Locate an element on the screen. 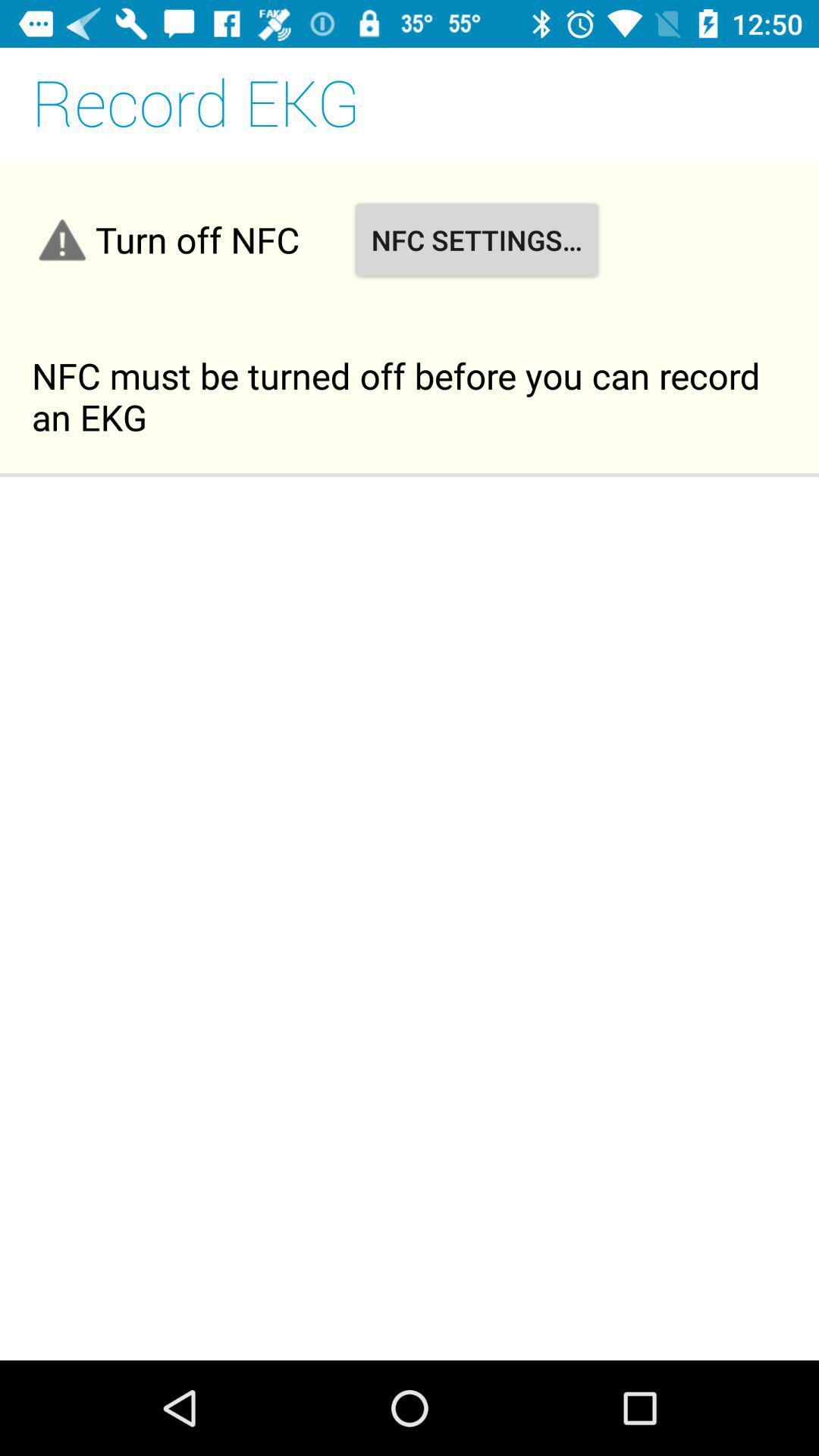 The height and width of the screenshot is (1456, 819). the icon below the record ekg icon is located at coordinates (475, 239).